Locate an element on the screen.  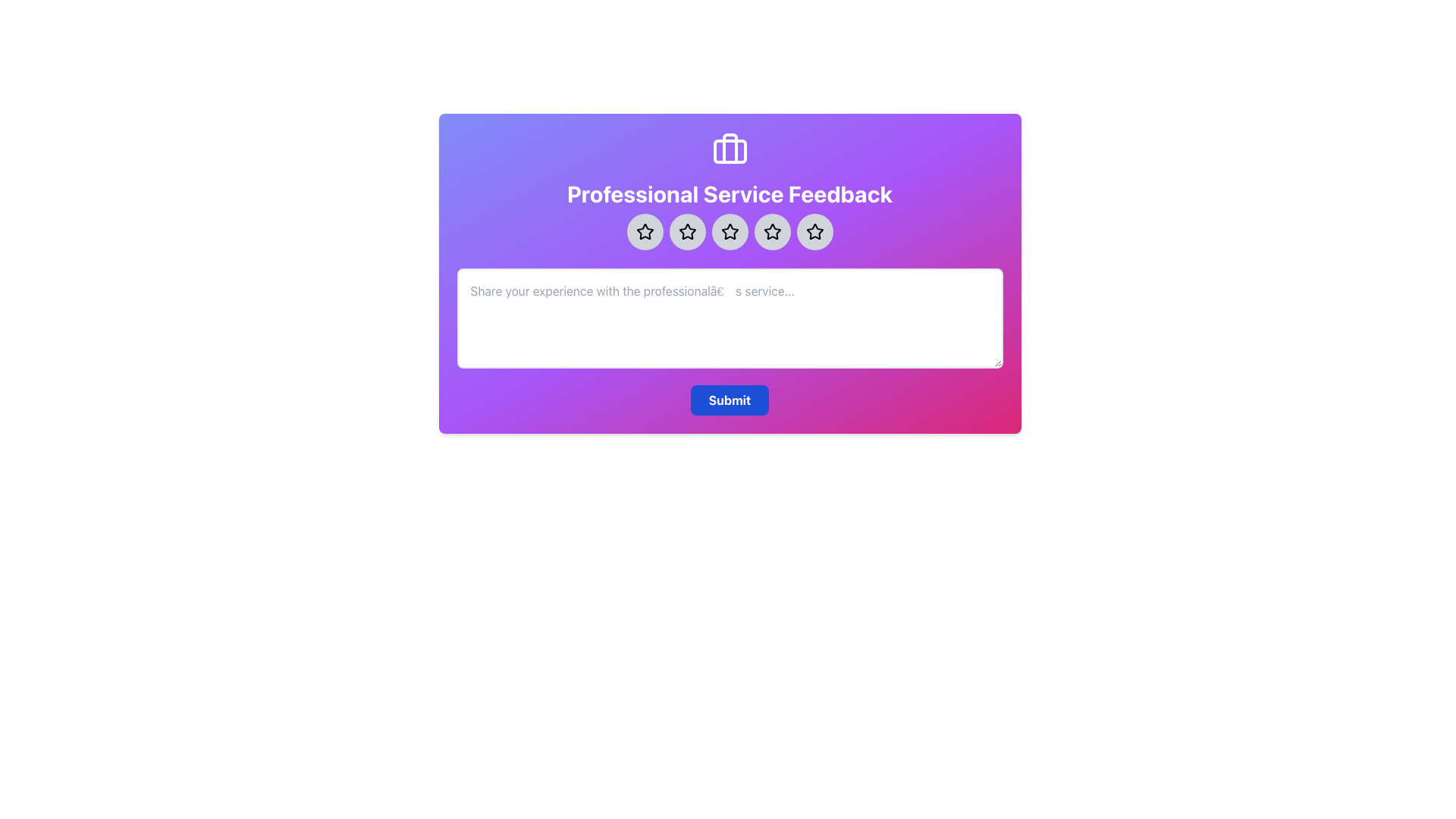
the second star icon in the rating system is located at coordinates (686, 231).